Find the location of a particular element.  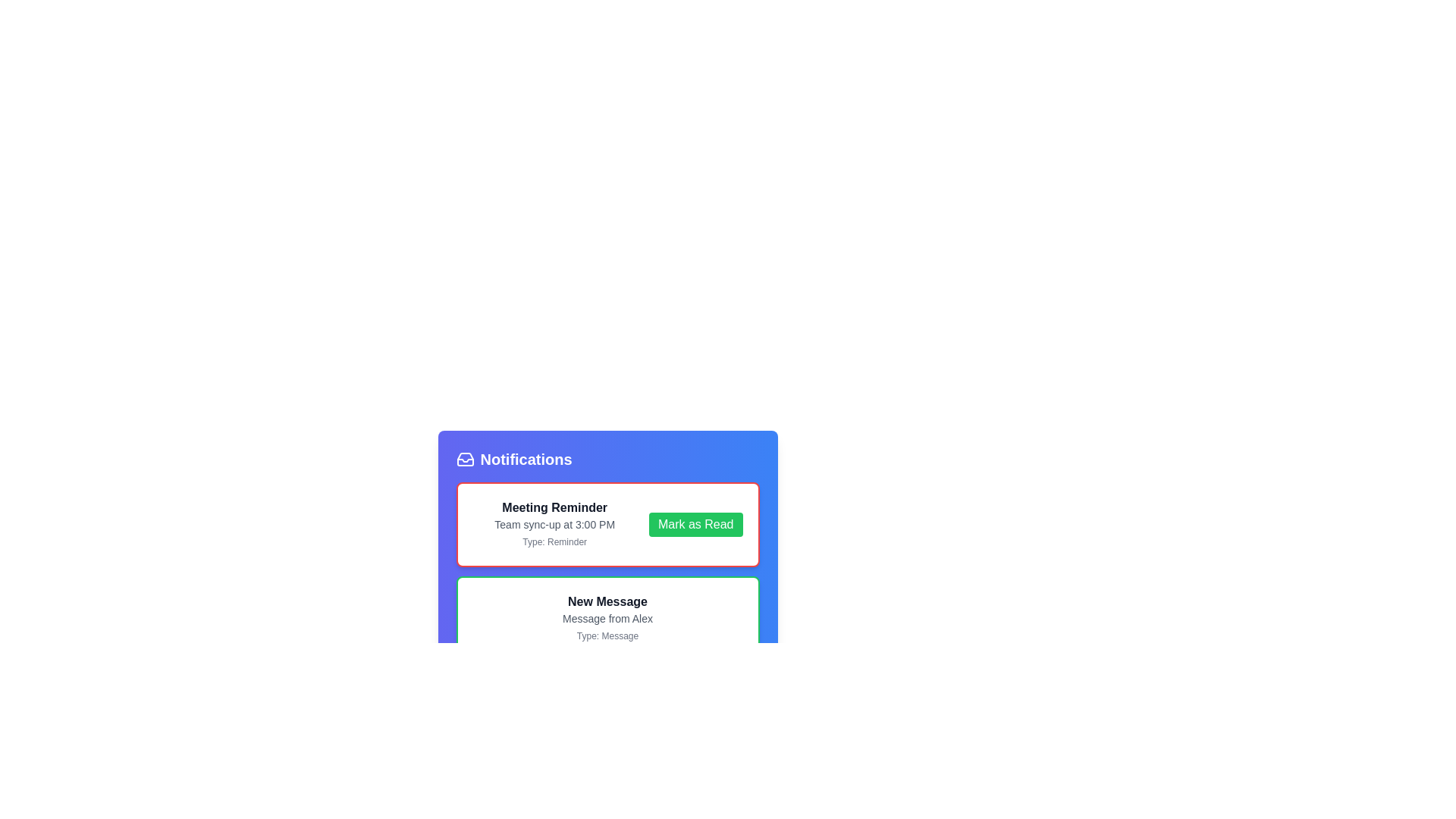

the text label that displays 'Type: Message', which is located beneath the 'Message from Alex' text in light gray font is located at coordinates (607, 636).